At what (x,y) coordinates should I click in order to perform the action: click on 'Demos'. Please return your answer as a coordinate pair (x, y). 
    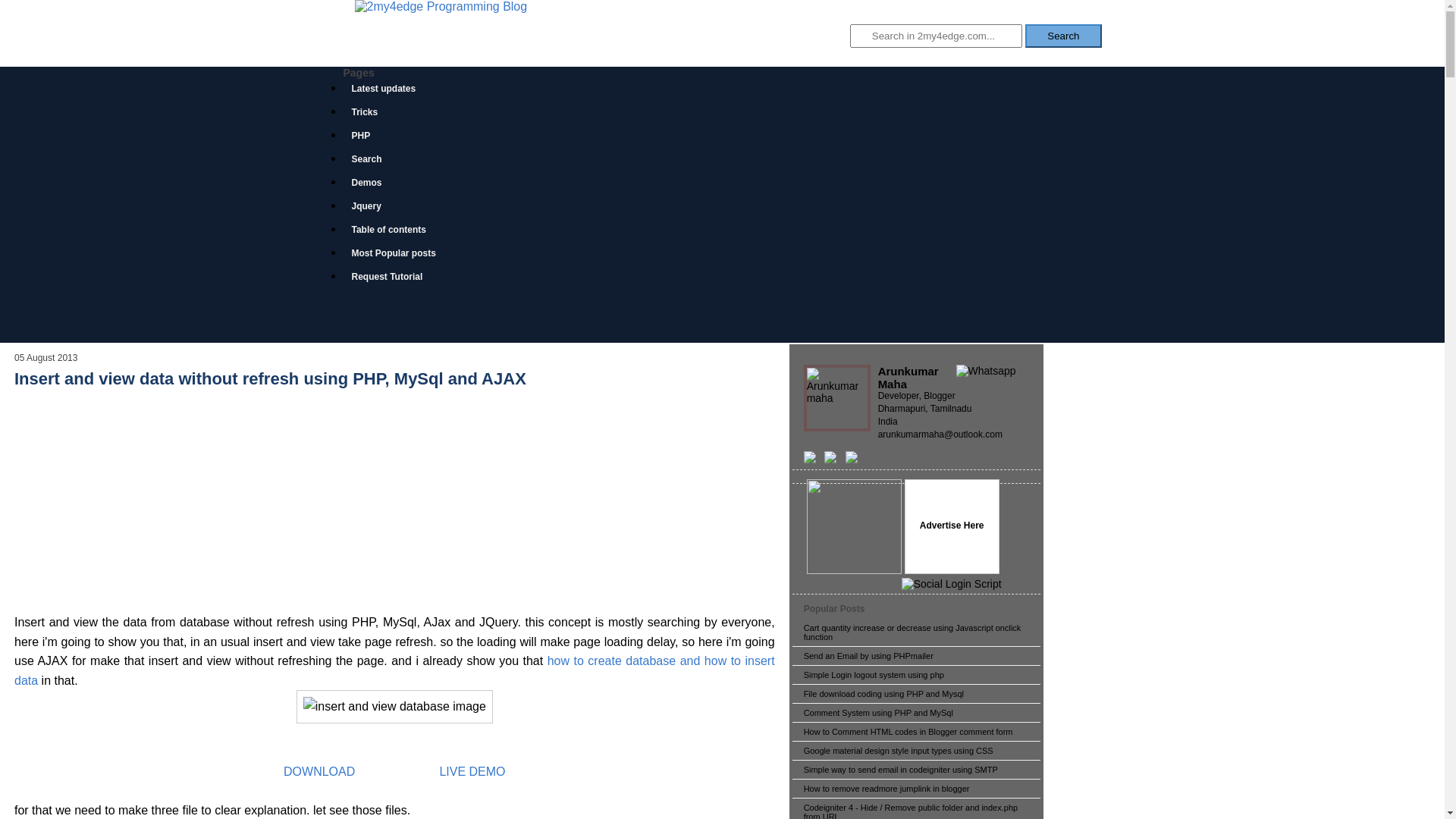
    Looking at the image, I should click on (373, 184).